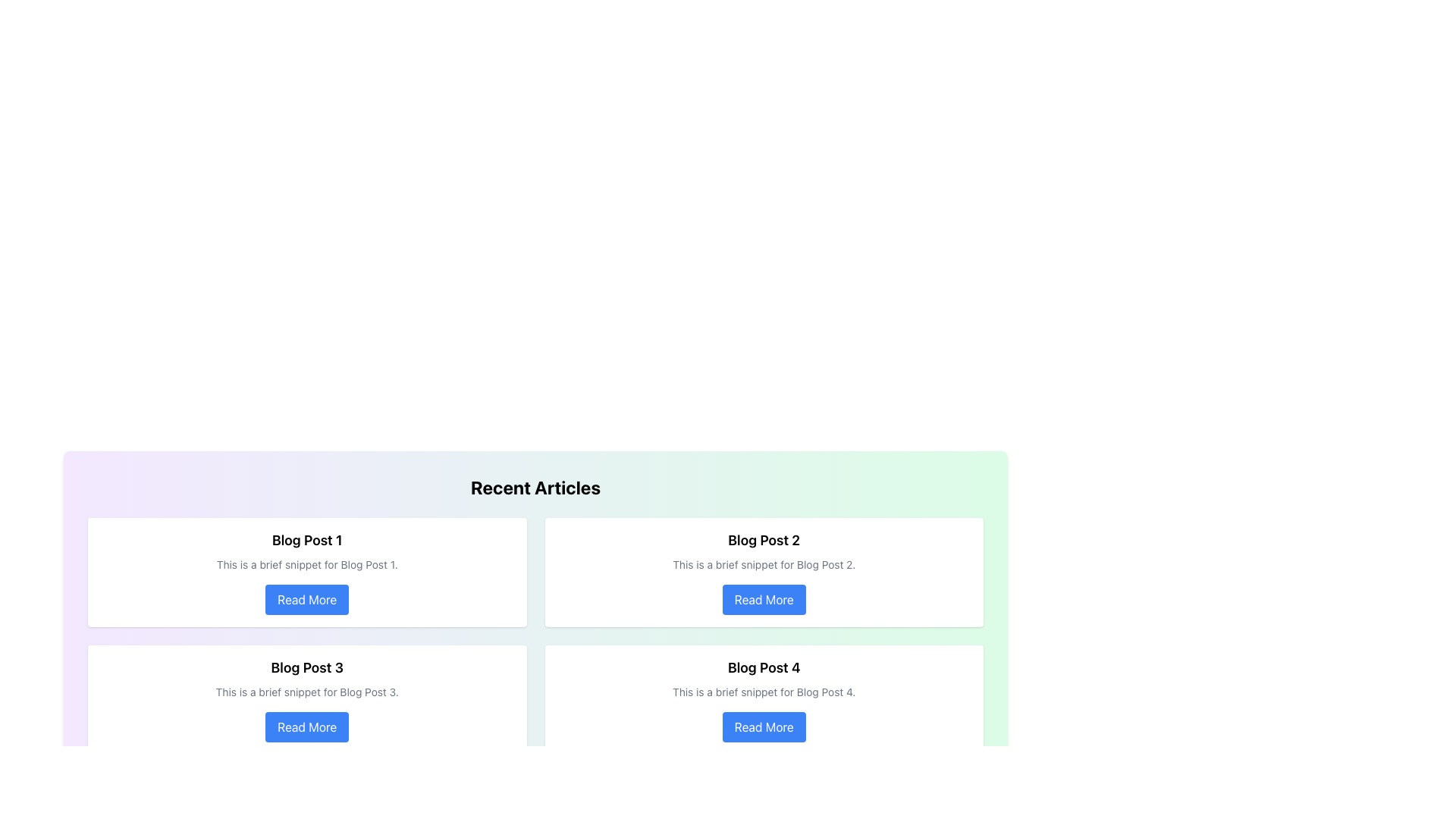  What do you see at coordinates (764, 598) in the screenshot?
I see `the 'Read More' button located at the bottom-right corner of the 'Blog Post 2' section to observe the hover effect` at bounding box center [764, 598].